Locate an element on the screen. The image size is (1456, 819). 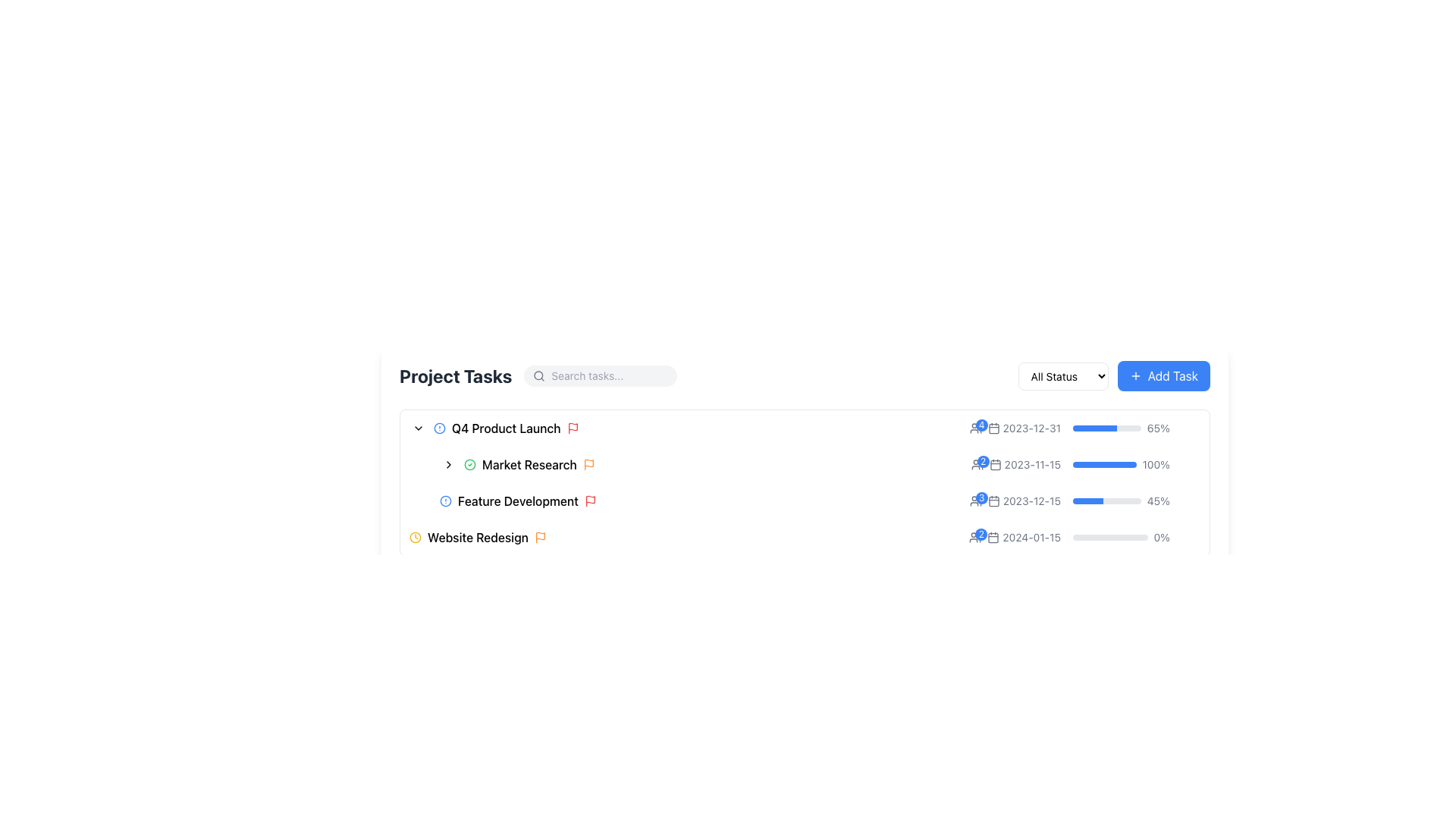
the button located at the leftmost side of the 'Market Research' row in the project task list is located at coordinates (447, 464).